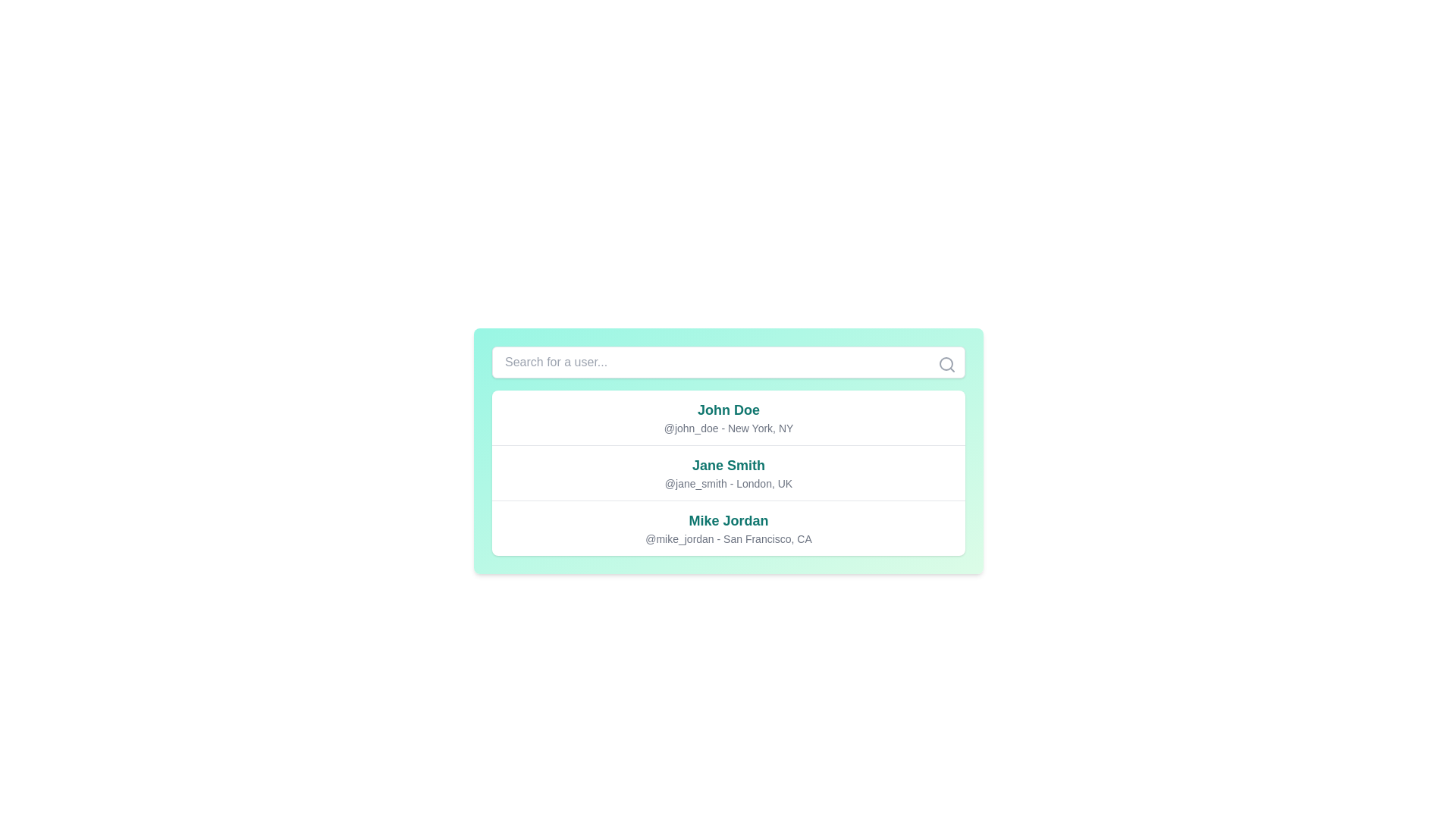 This screenshot has width=1456, height=819. What do you see at coordinates (728, 527) in the screenshot?
I see `the text display that identifies and displays the contact named Mike Jordan, which is the third item in a vertically-stacked list within a card, located between 'Jane Smith @jane_smith - London, UK' and the bottom edge of the card` at bounding box center [728, 527].